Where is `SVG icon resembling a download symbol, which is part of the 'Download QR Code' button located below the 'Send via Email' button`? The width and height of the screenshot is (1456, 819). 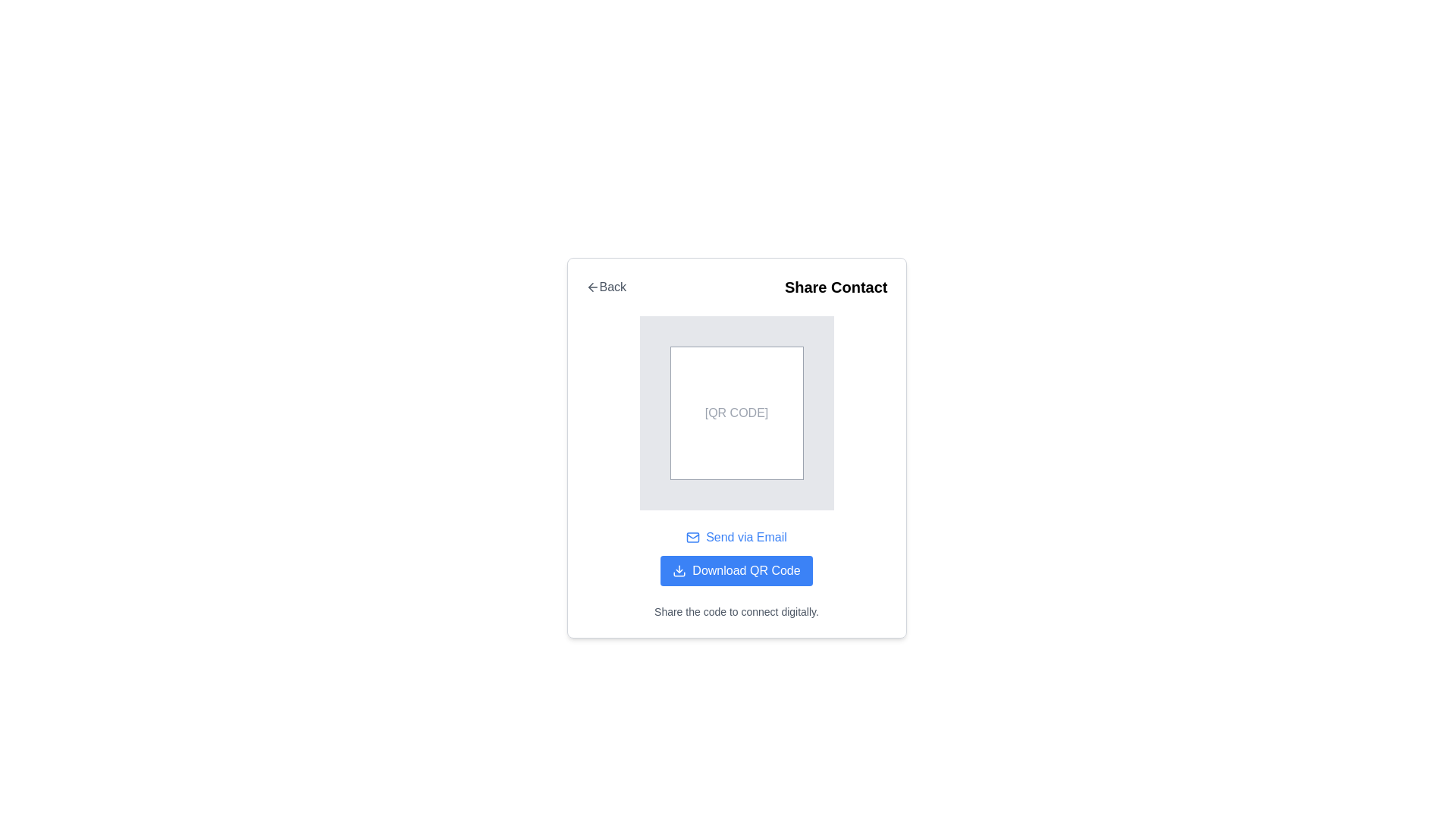
SVG icon resembling a download symbol, which is part of the 'Download QR Code' button located below the 'Send via Email' button is located at coordinates (679, 570).